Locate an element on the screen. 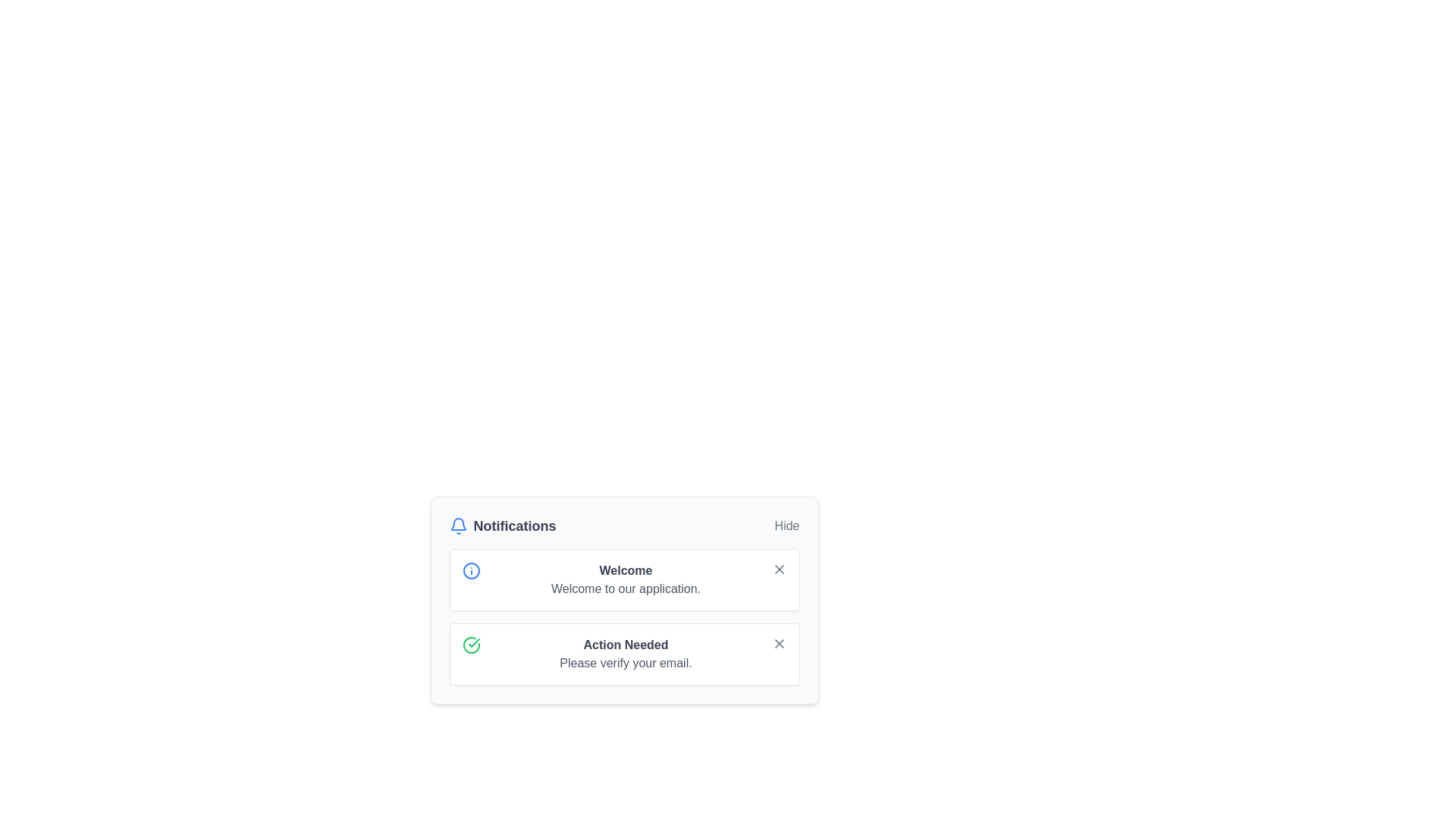 This screenshot has height=819, width=1456. the blue bell icon representing notifications located at the left within the notification header area is located at coordinates (457, 526).